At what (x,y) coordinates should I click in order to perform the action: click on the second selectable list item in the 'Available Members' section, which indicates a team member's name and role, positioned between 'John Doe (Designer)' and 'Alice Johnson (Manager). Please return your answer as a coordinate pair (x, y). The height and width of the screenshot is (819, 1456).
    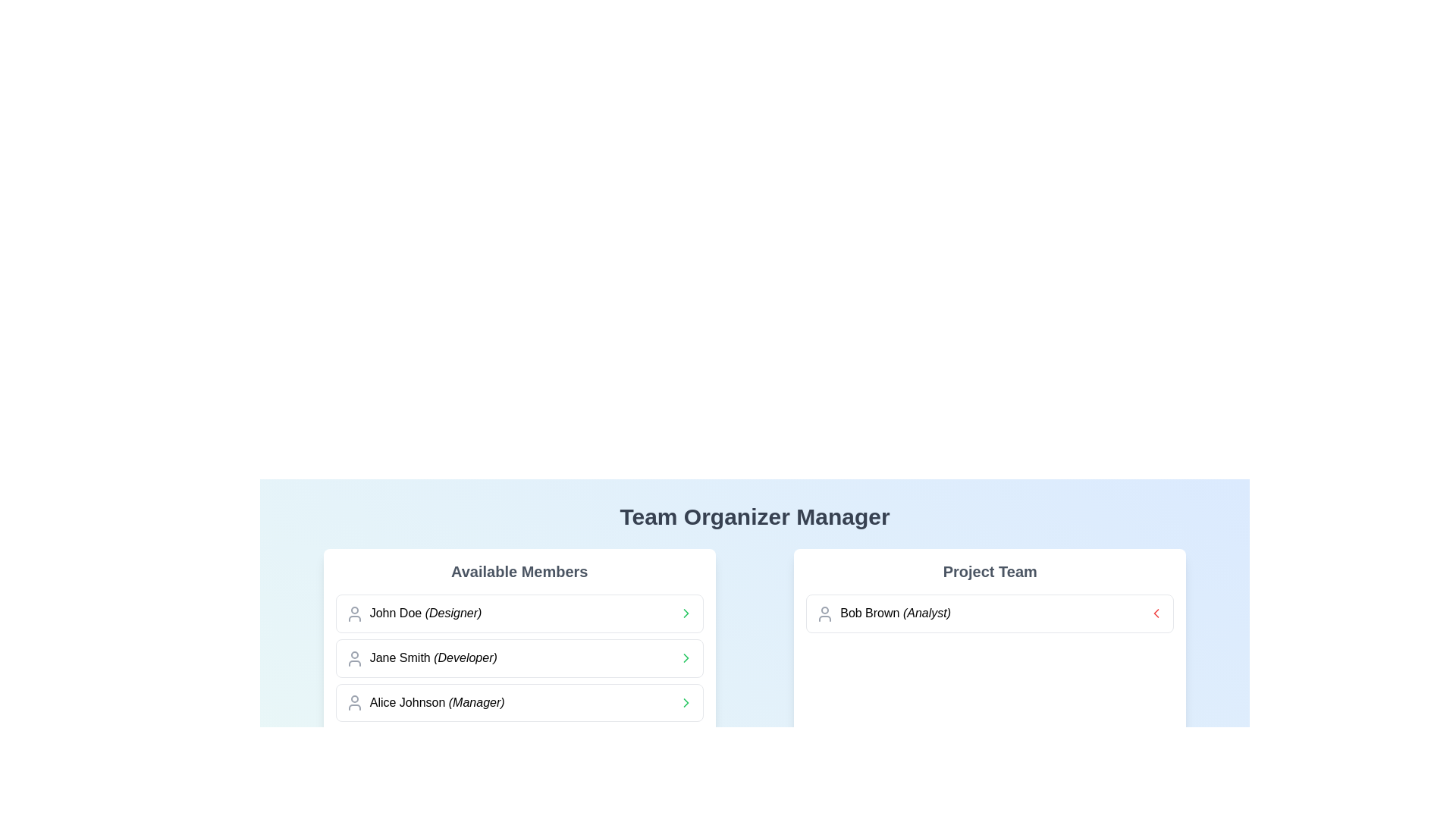
    Looking at the image, I should click on (519, 657).